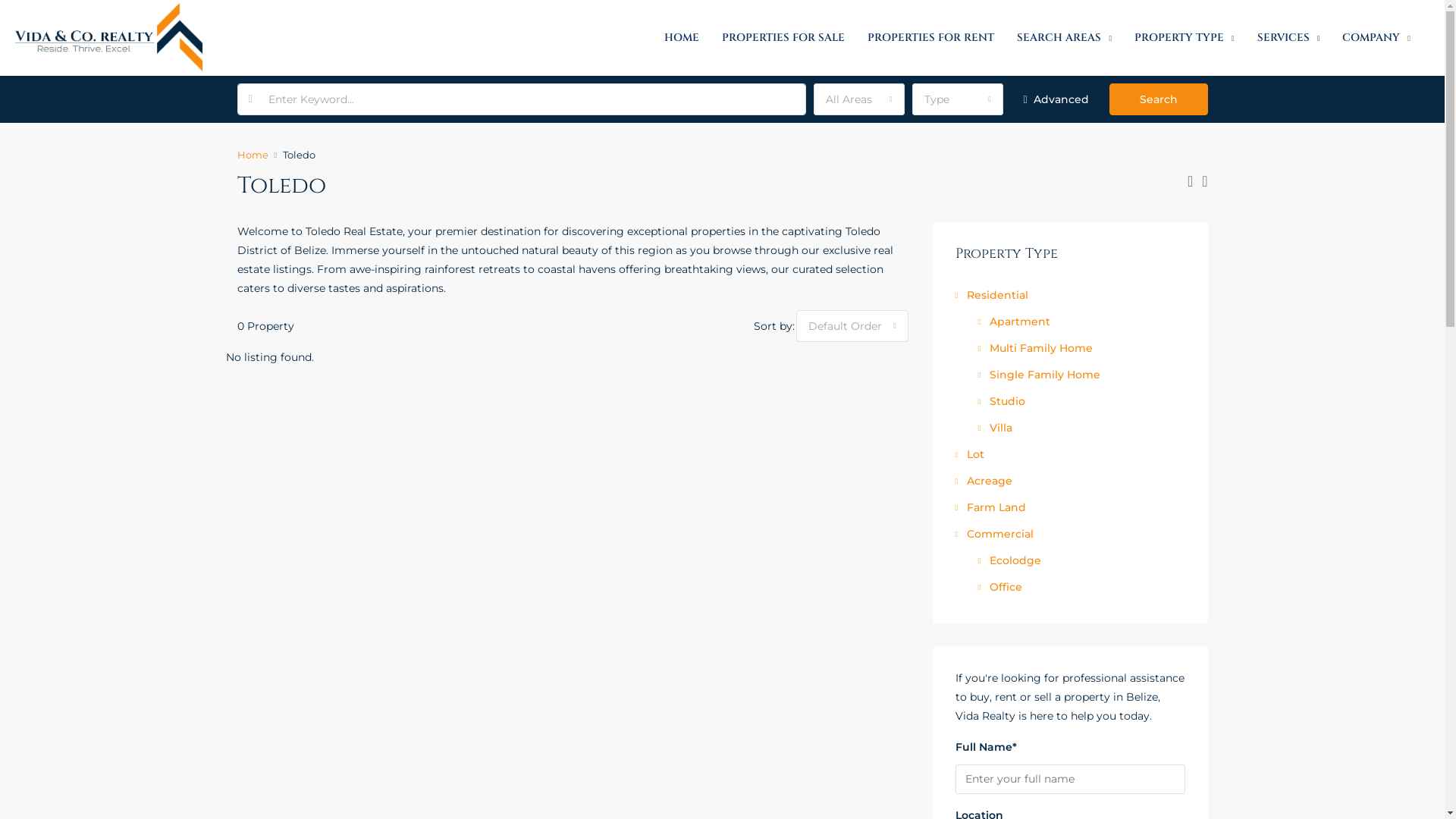 Image resolution: width=1456 pixels, height=819 pixels. What do you see at coordinates (709, 37) in the screenshot?
I see `'PROPERTIES FOR SALE'` at bounding box center [709, 37].